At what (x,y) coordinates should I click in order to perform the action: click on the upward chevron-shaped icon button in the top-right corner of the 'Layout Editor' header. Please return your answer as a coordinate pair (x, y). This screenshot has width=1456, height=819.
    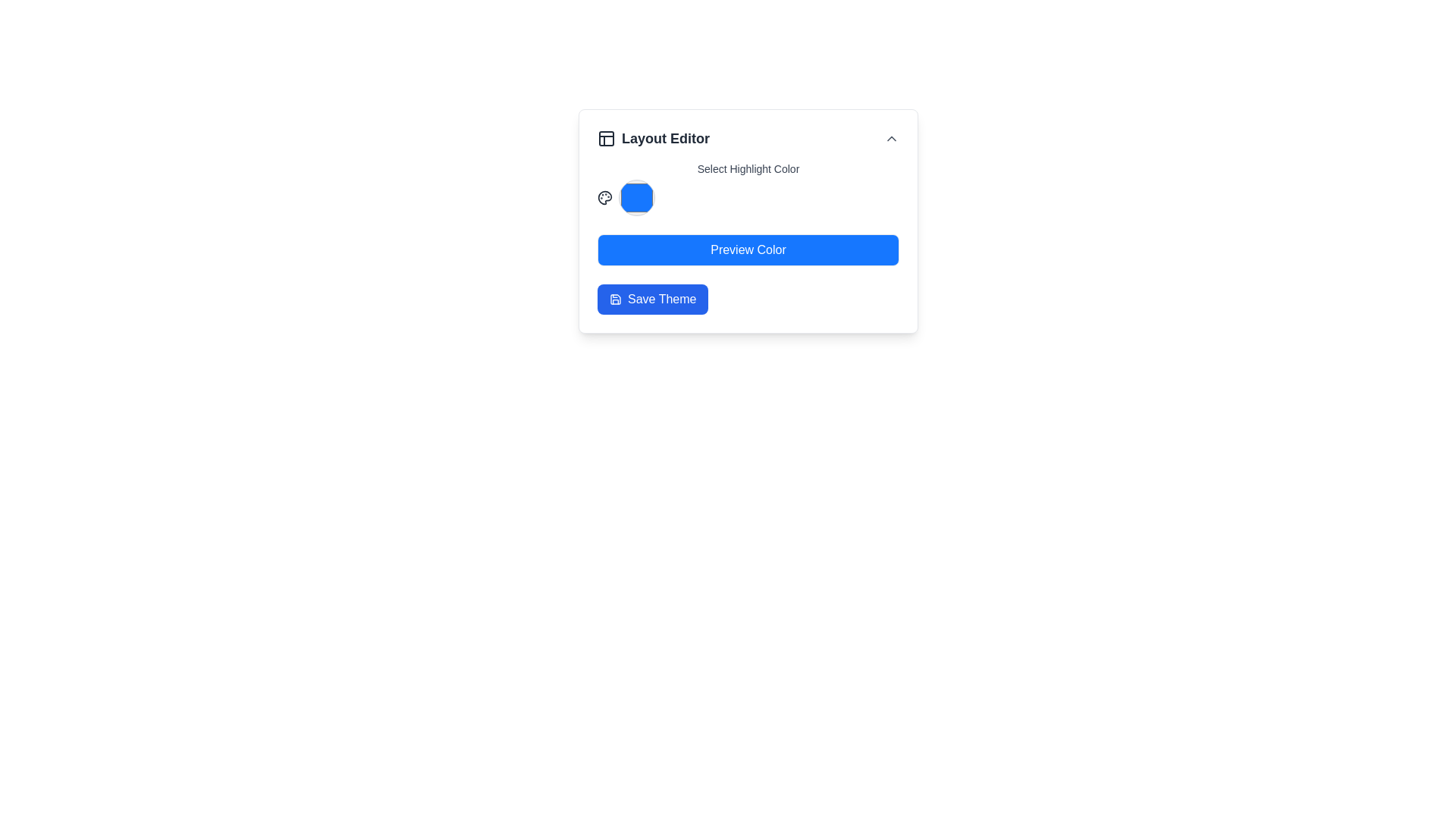
    Looking at the image, I should click on (892, 138).